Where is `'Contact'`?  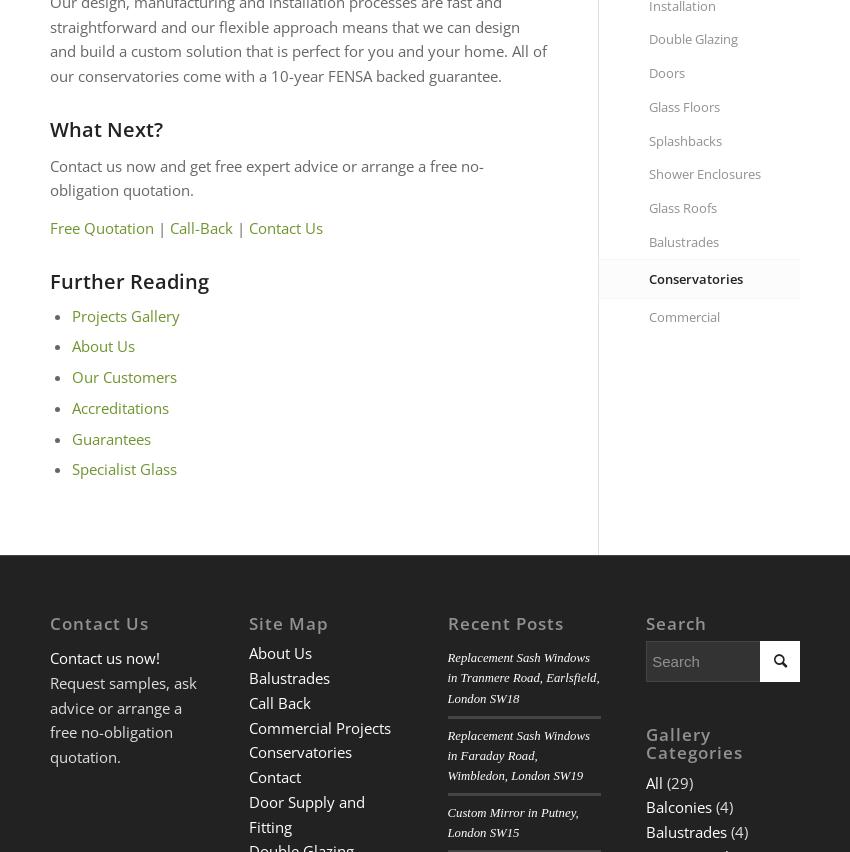 'Contact' is located at coordinates (273, 777).